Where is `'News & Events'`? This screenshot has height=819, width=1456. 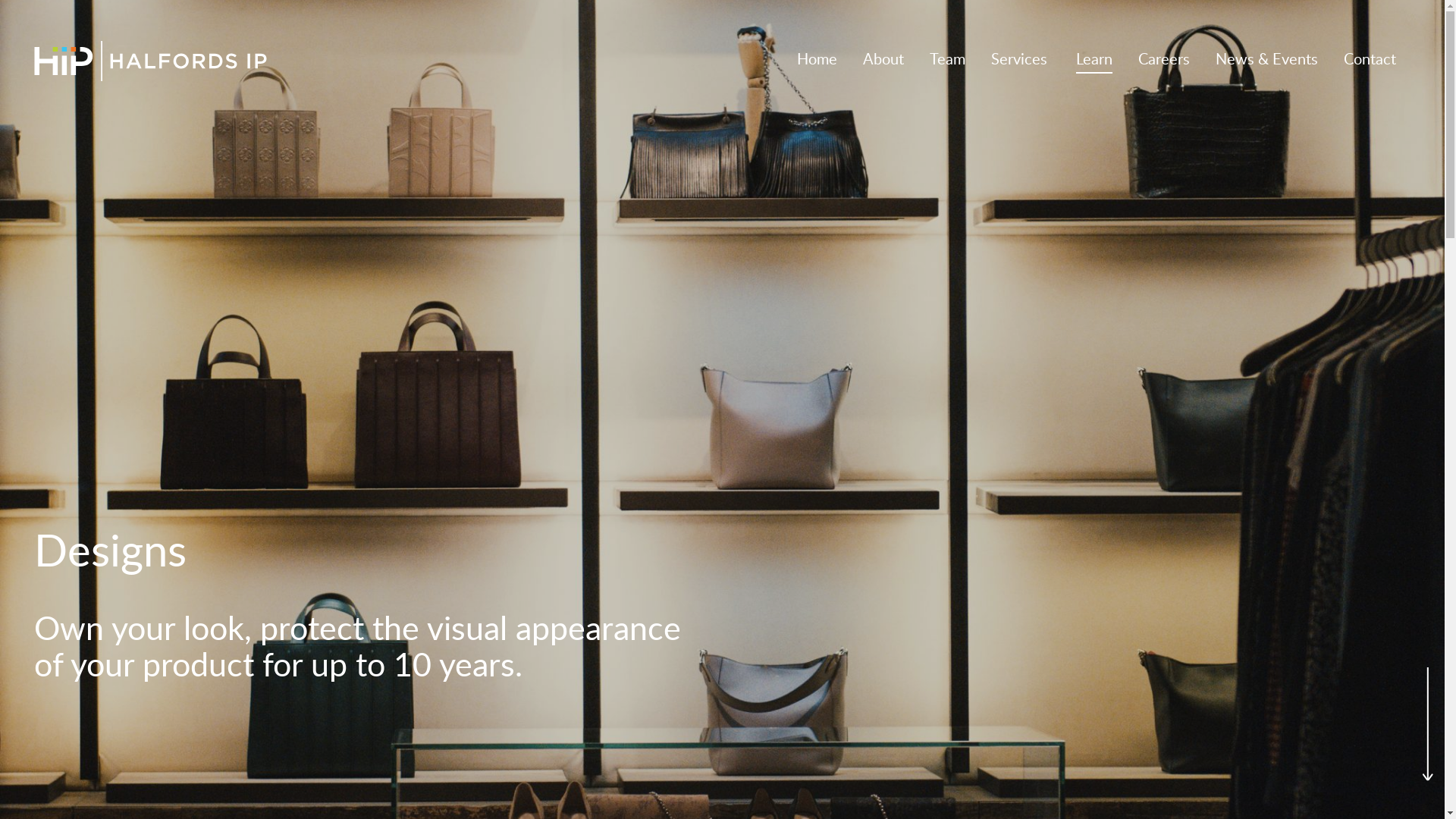
'News & Events' is located at coordinates (1266, 60).